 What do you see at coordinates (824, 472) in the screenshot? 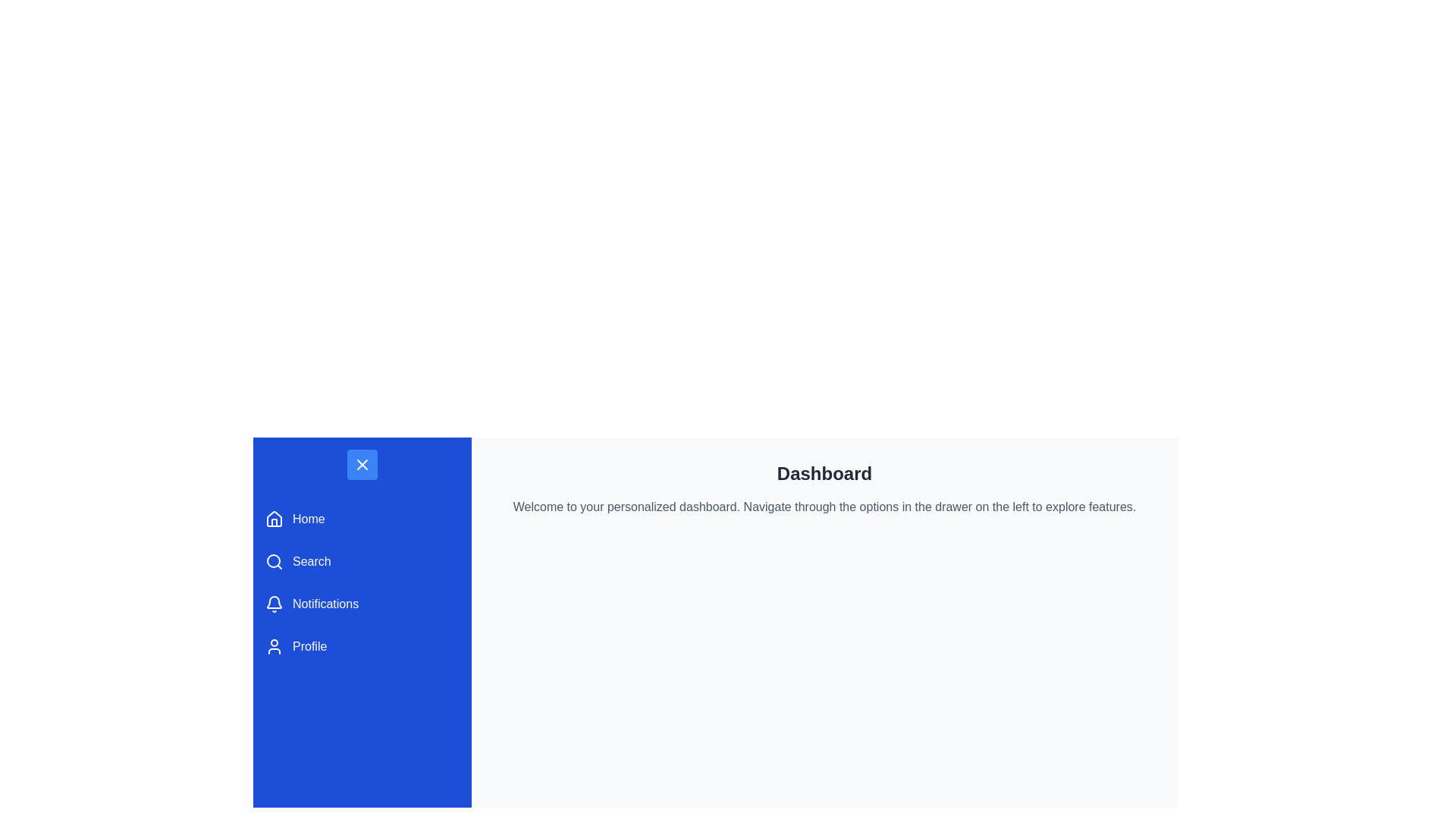
I see `the 'Dashboard' text label` at bounding box center [824, 472].